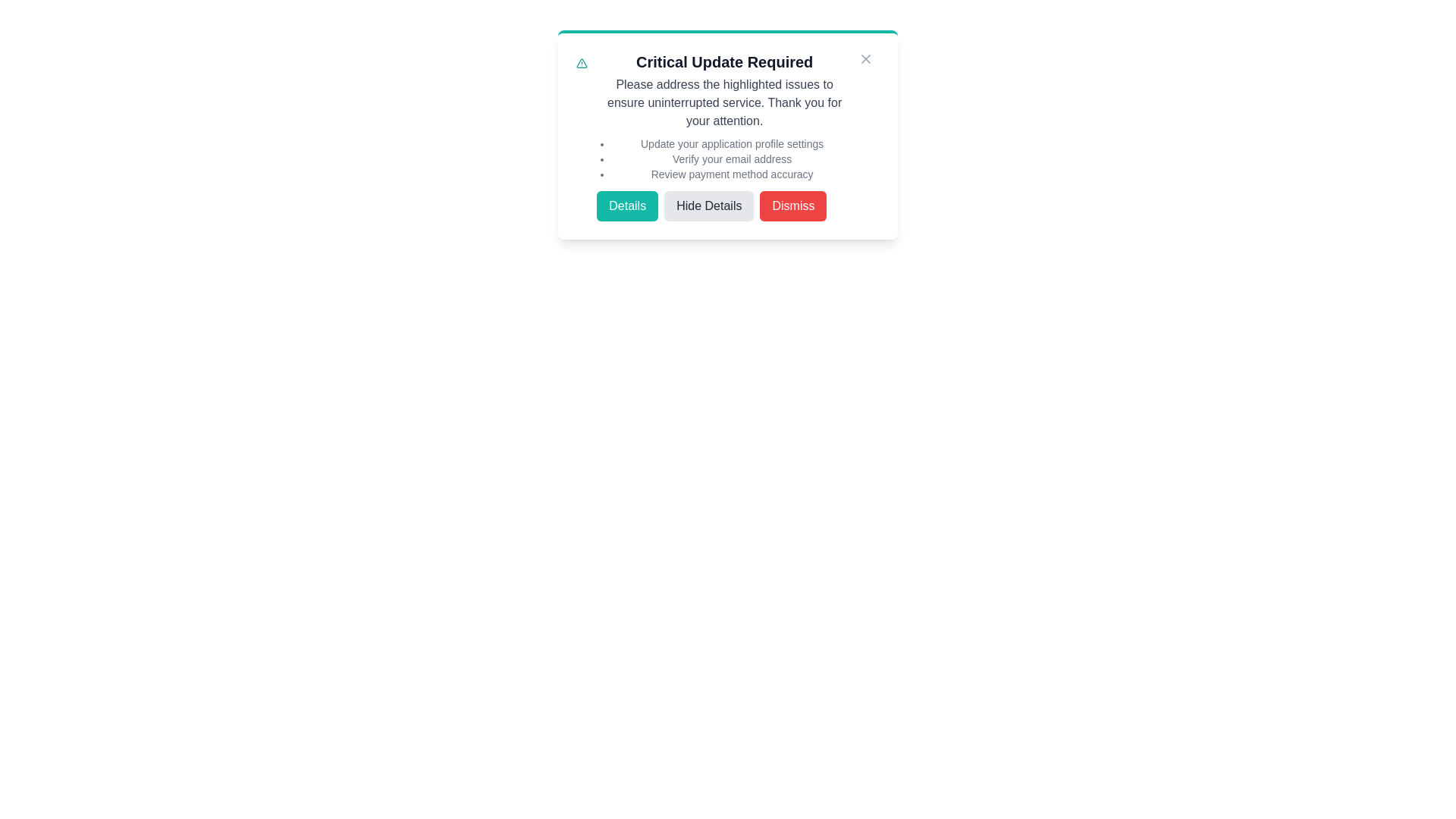  Describe the element at coordinates (581, 63) in the screenshot. I see `the warning icon located near the top-left corner of the notification box, adjacent to the text 'Critical Update Required'` at that location.